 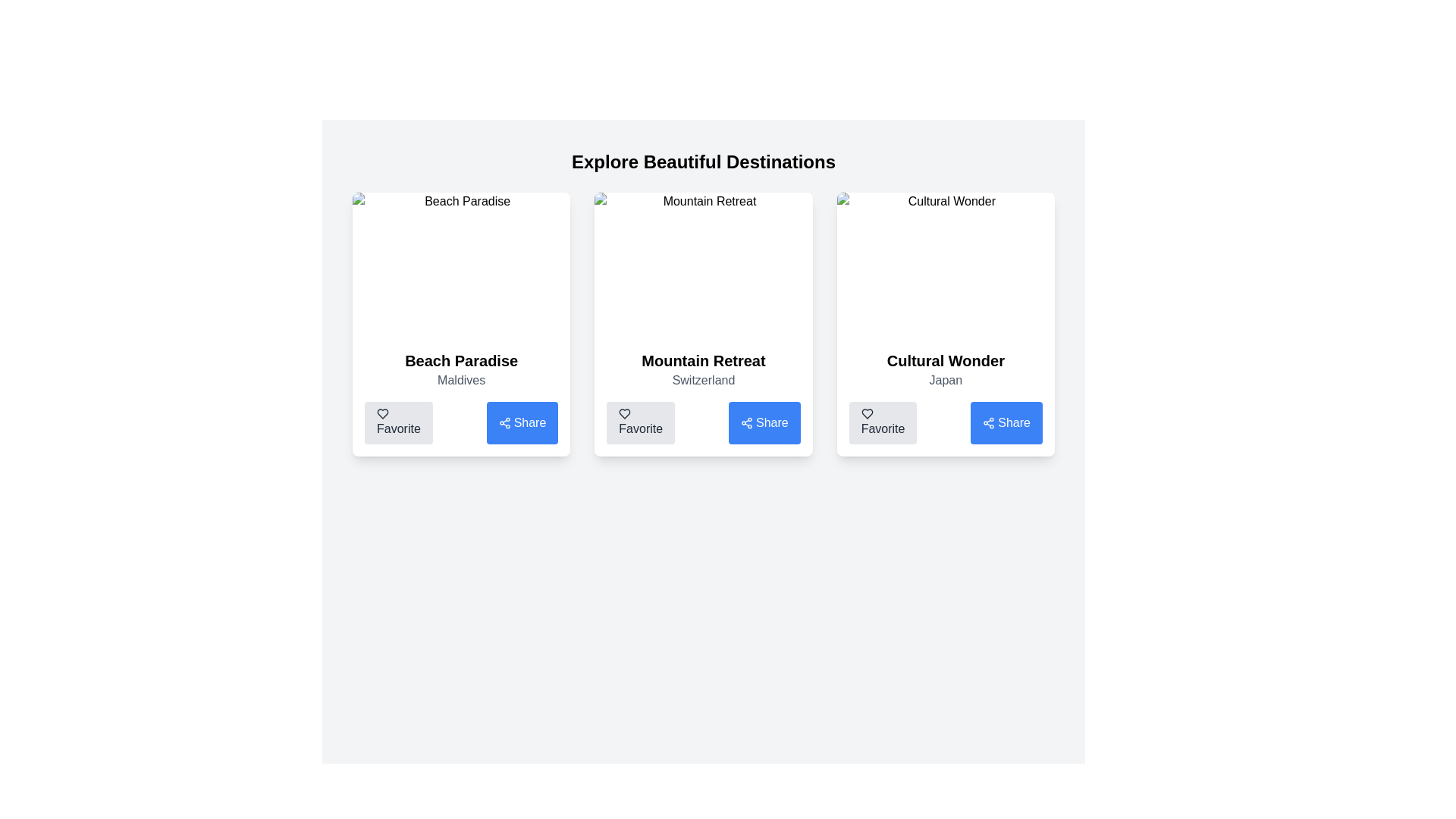 I want to click on the blue rounded rectangle button labeled 'Share', so click(x=522, y=423).